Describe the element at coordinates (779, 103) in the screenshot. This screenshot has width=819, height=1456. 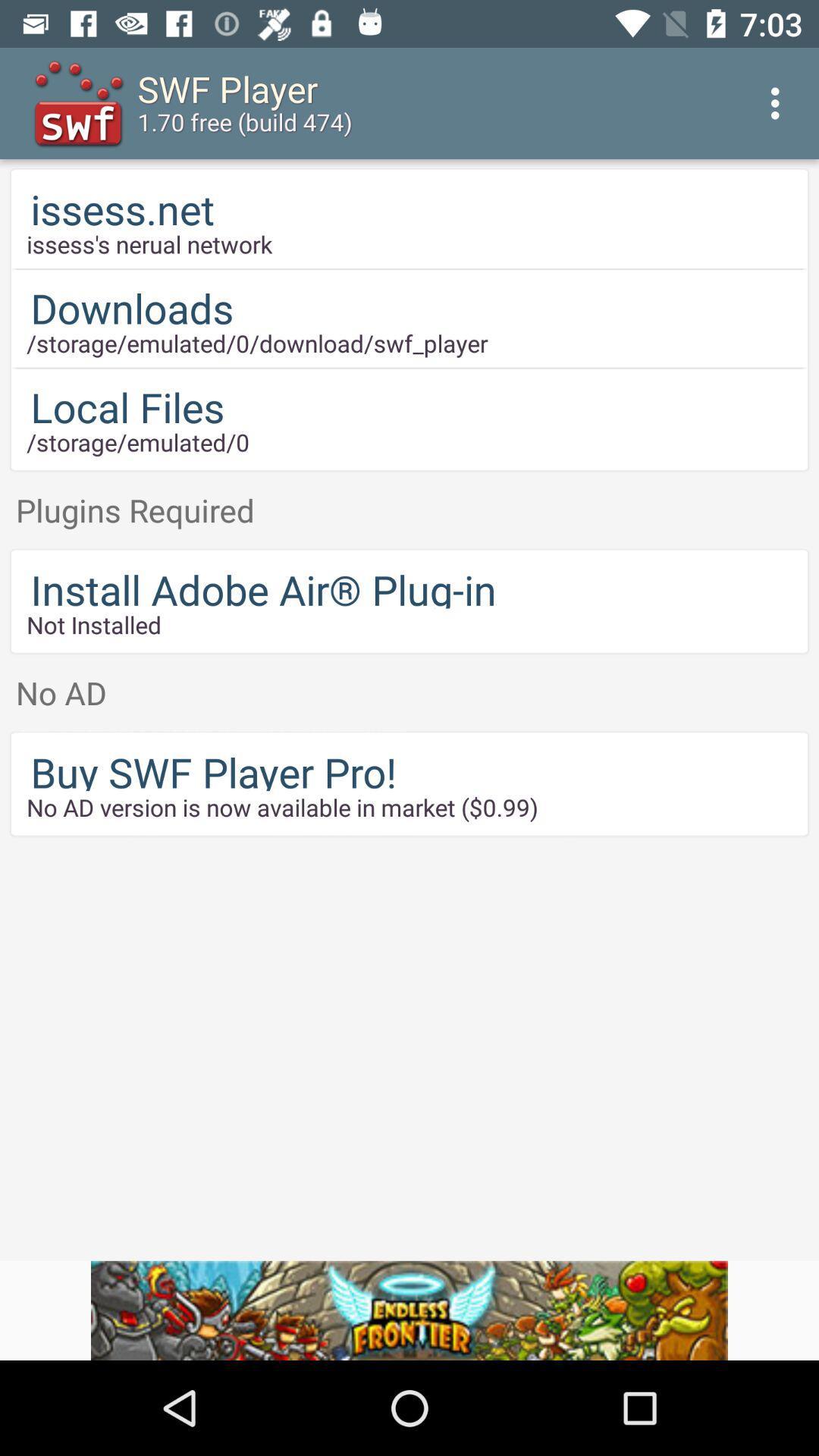
I see `the dots icon which is beside swf player` at that location.